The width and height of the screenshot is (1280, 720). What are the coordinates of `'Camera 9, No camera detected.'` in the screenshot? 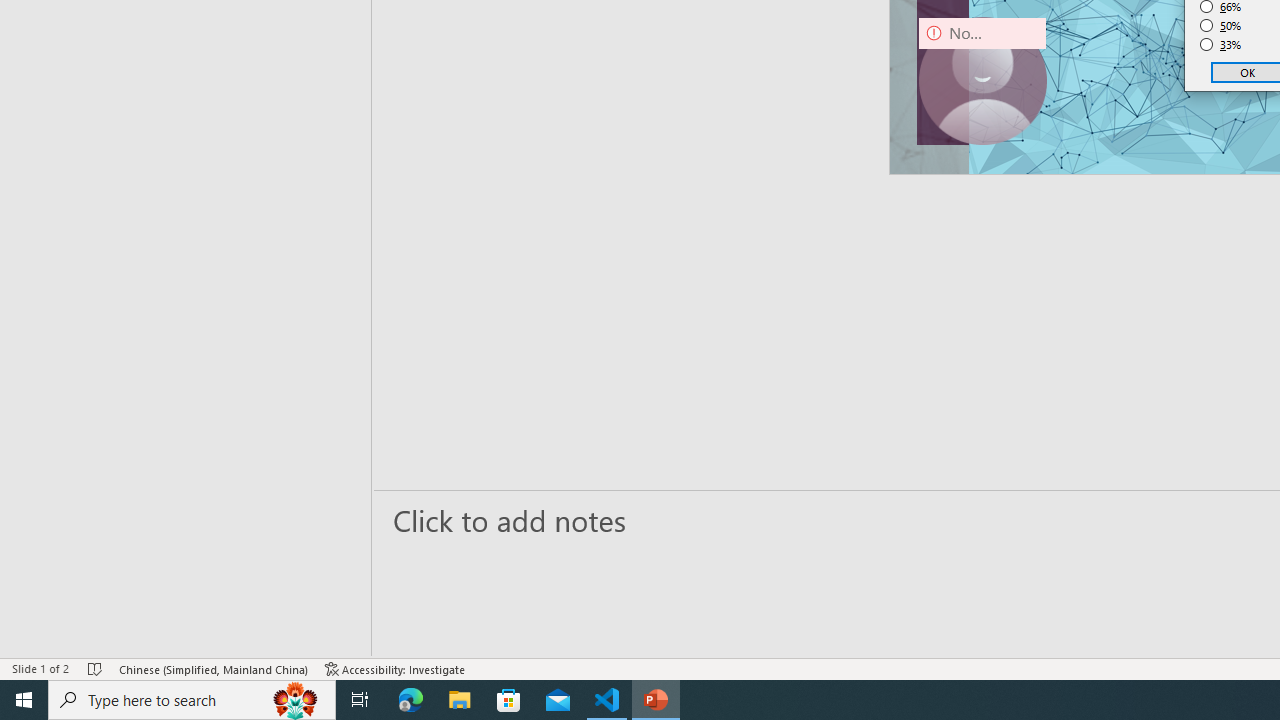 It's located at (982, 80).